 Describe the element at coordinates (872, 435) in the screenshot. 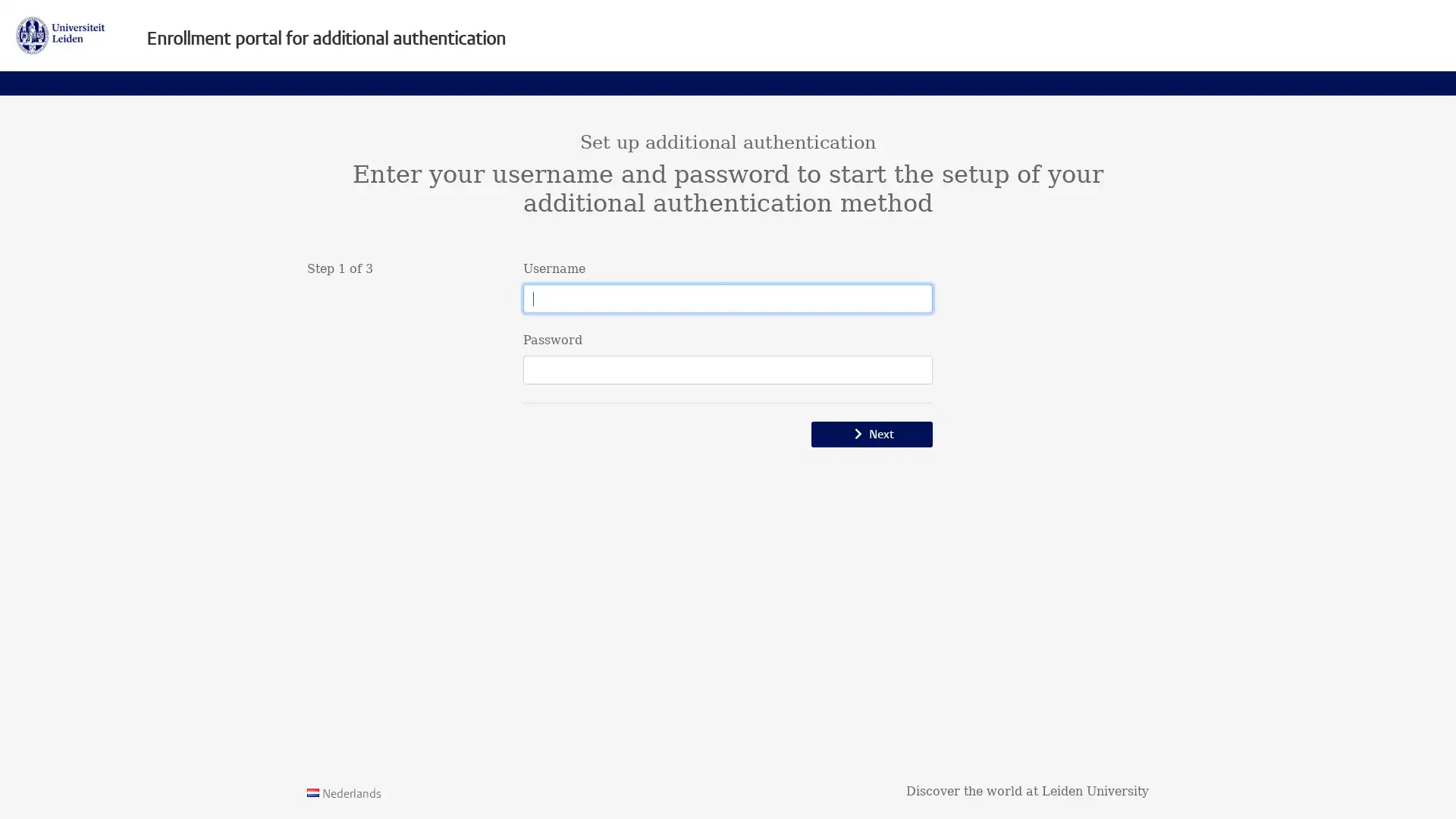

I see `Next` at that location.